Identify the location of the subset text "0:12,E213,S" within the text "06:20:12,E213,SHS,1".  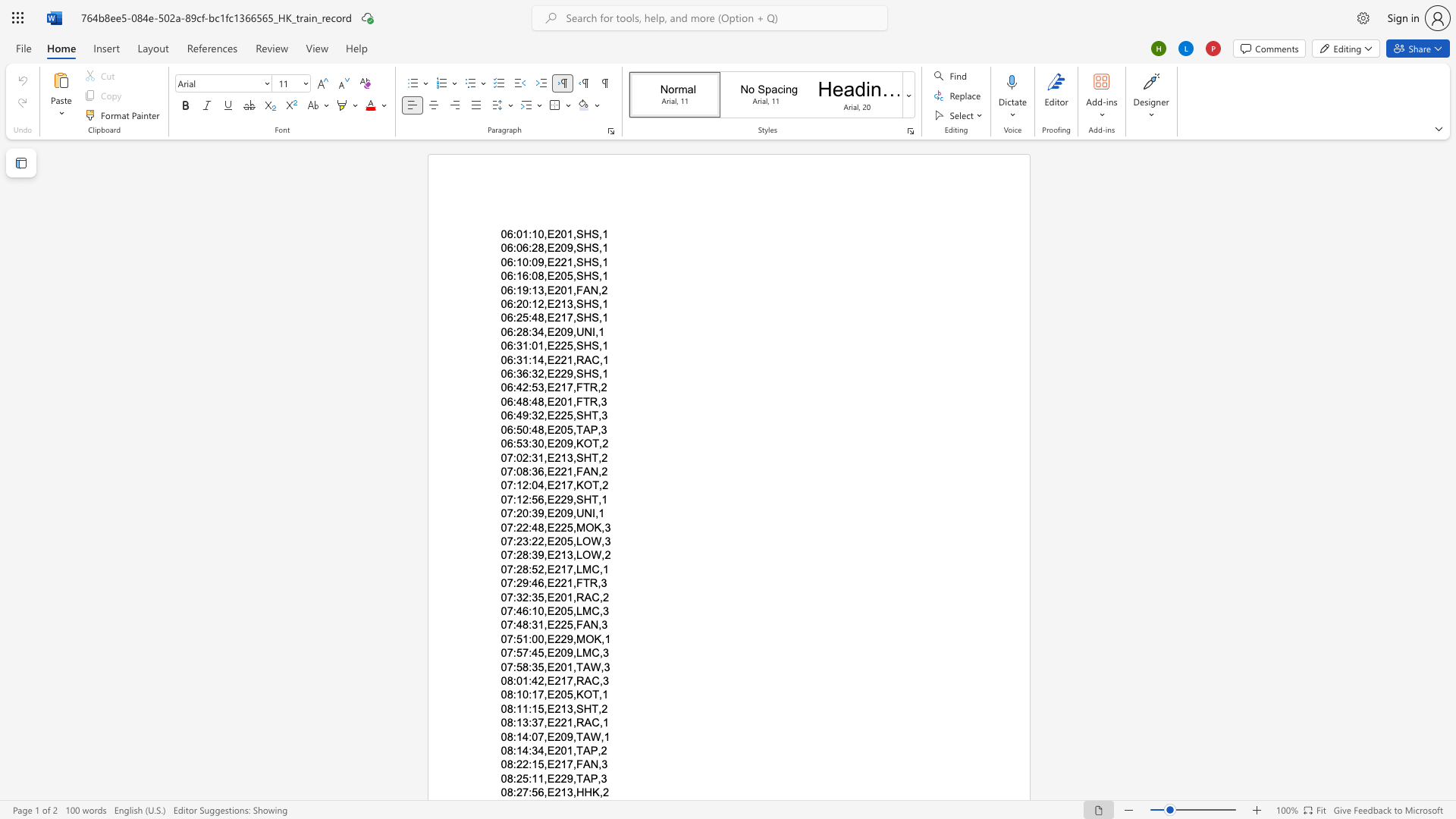
(522, 304).